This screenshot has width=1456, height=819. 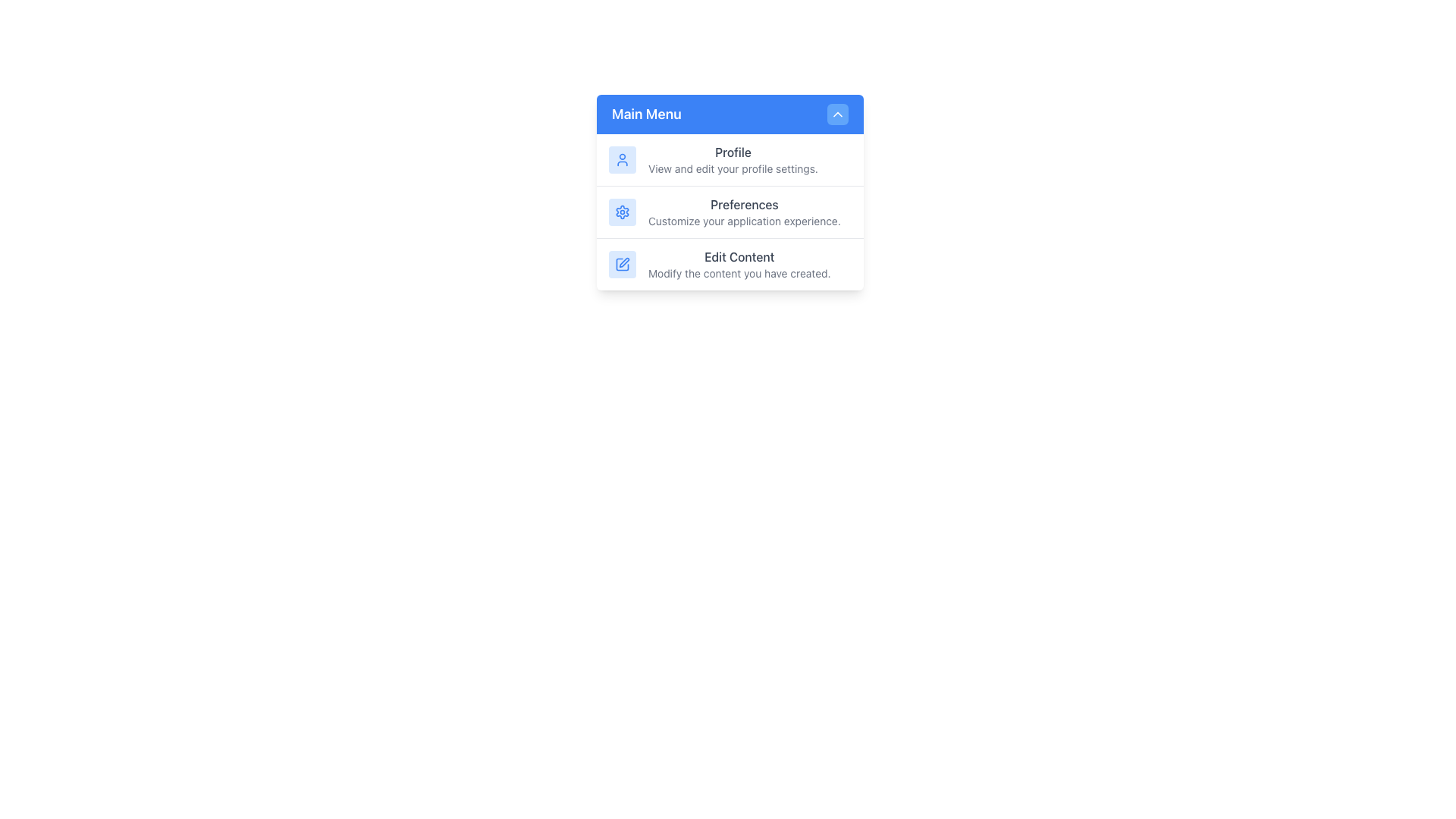 What do you see at coordinates (733, 169) in the screenshot?
I see `the text label providing supplemental information for the 'Profile' section located below the 'Profile' label in the 'Main Menu.'` at bounding box center [733, 169].